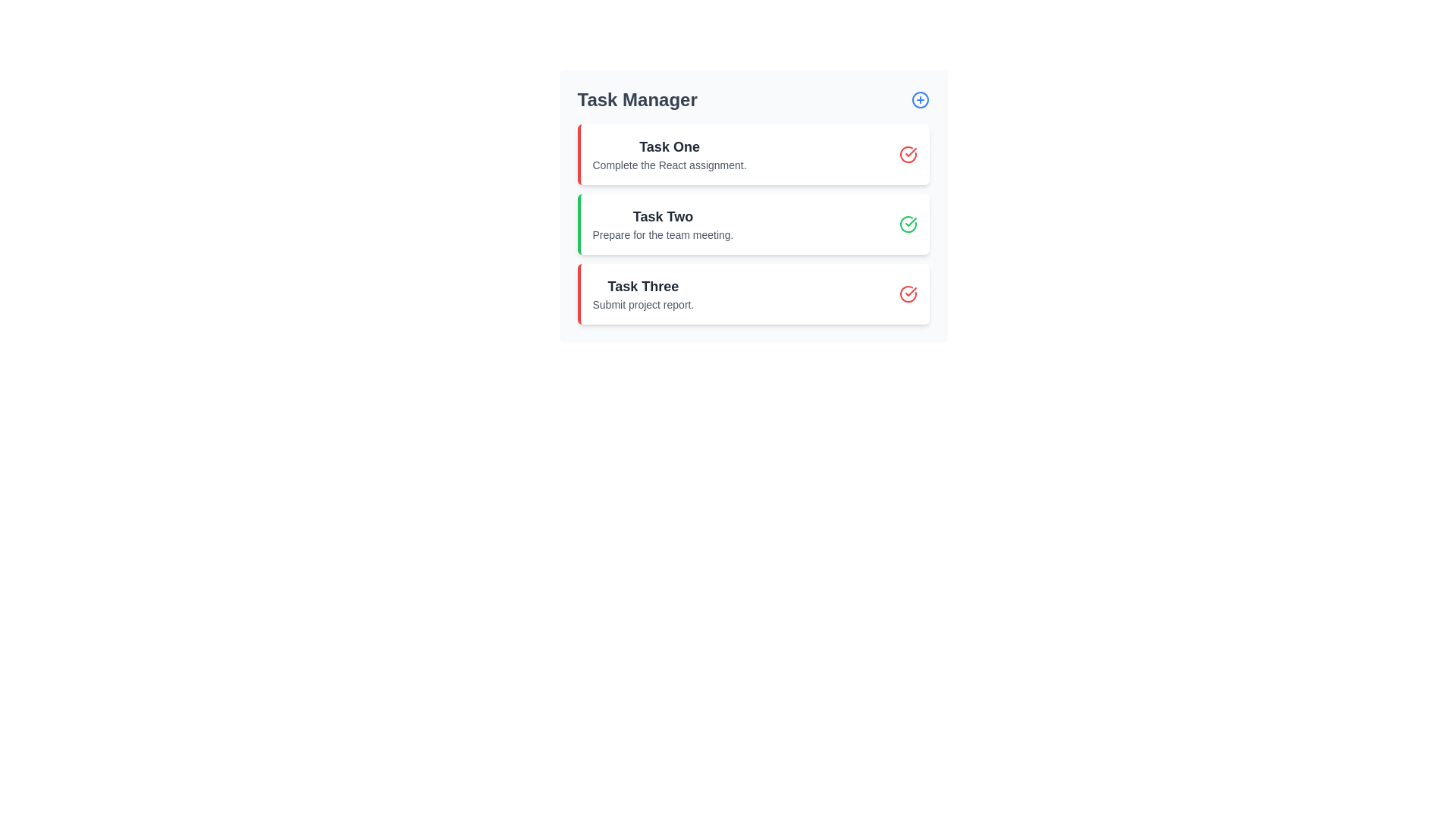 This screenshot has width=1456, height=819. I want to click on the circular button with a blue border and a cross in the center located in the top-right corner of the 'Task Manager' panel header, so click(919, 99).